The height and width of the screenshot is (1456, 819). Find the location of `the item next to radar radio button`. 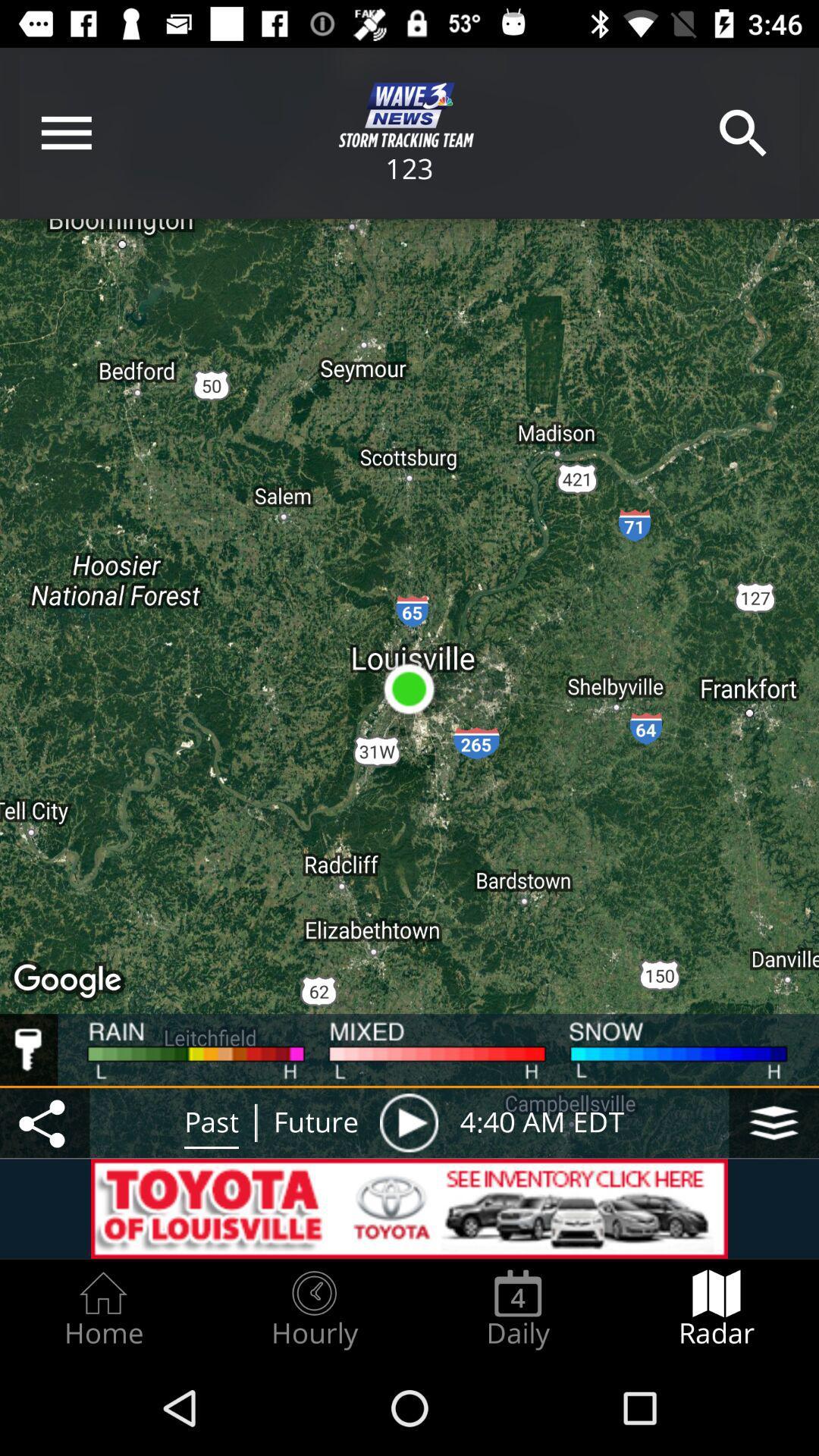

the item next to radar radio button is located at coordinates (517, 1309).